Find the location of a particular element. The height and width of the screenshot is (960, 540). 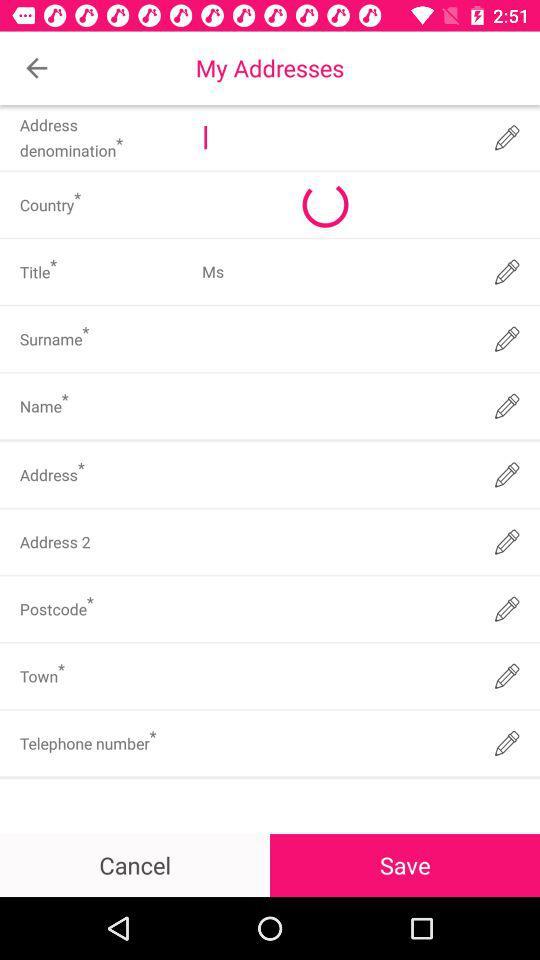

insert telephone number is located at coordinates (335, 742).